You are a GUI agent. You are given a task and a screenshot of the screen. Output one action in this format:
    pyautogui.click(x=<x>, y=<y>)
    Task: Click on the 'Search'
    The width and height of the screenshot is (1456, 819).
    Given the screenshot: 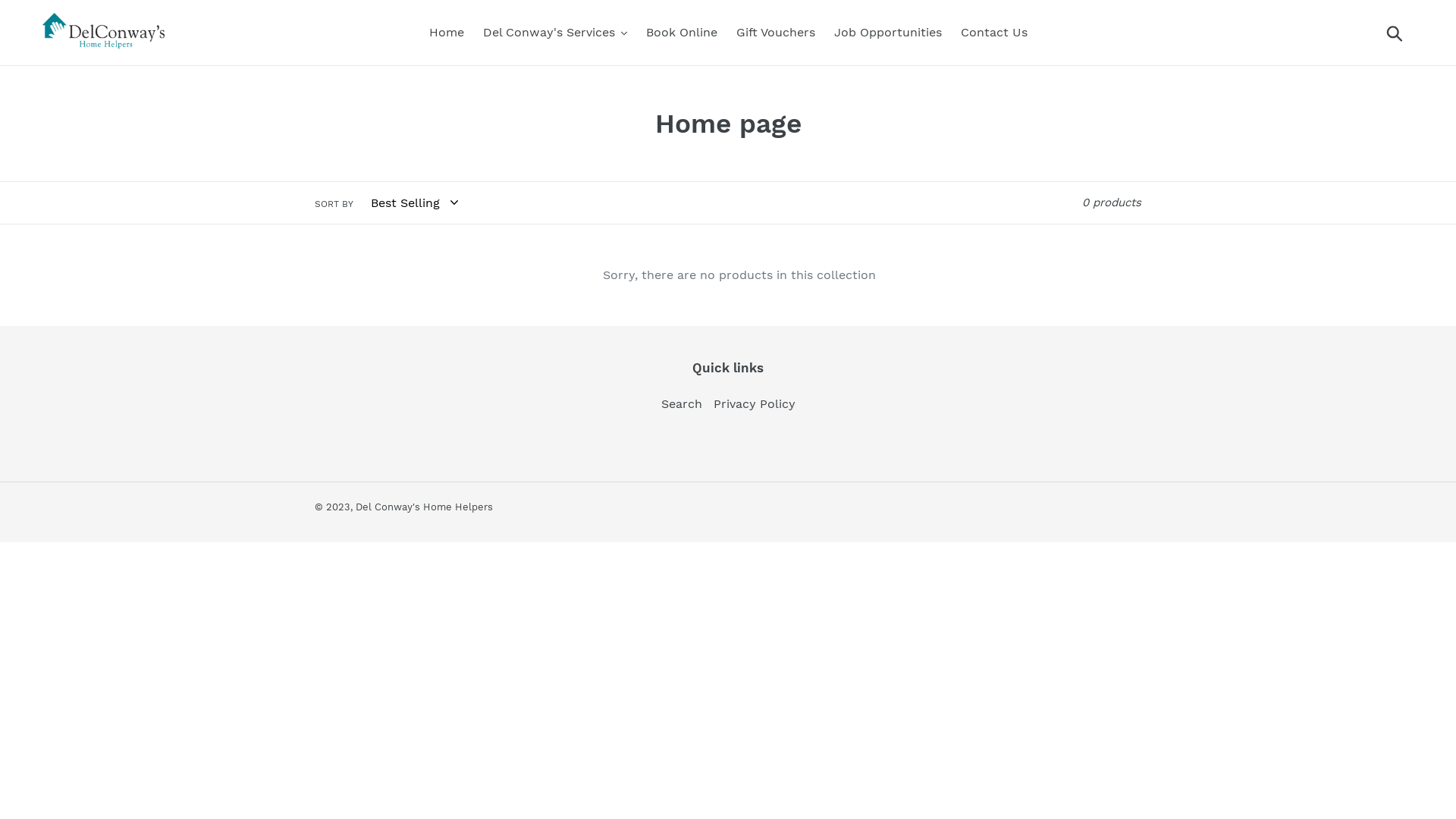 What is the action you would take?
    pyautogui.click(x=661, y=403)
    